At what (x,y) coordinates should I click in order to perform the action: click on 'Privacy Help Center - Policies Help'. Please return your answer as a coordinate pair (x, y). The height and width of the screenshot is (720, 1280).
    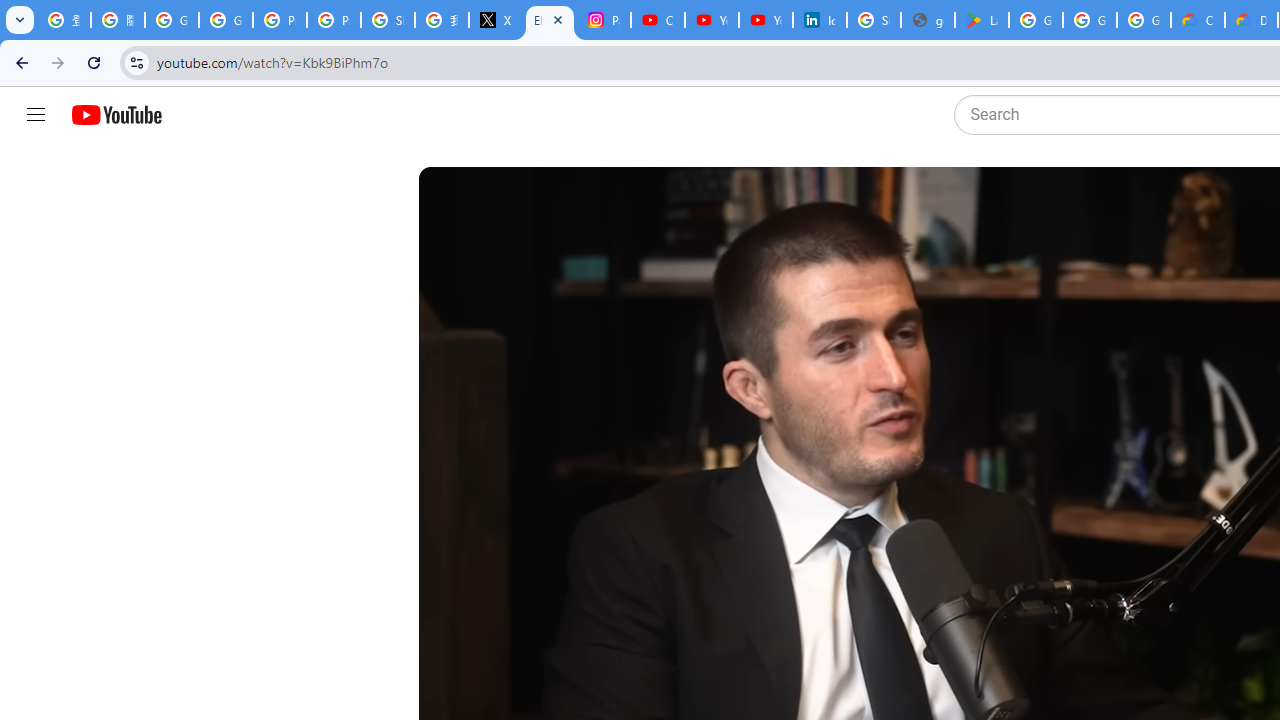
    Looking at the image, I should click on (334, 20).